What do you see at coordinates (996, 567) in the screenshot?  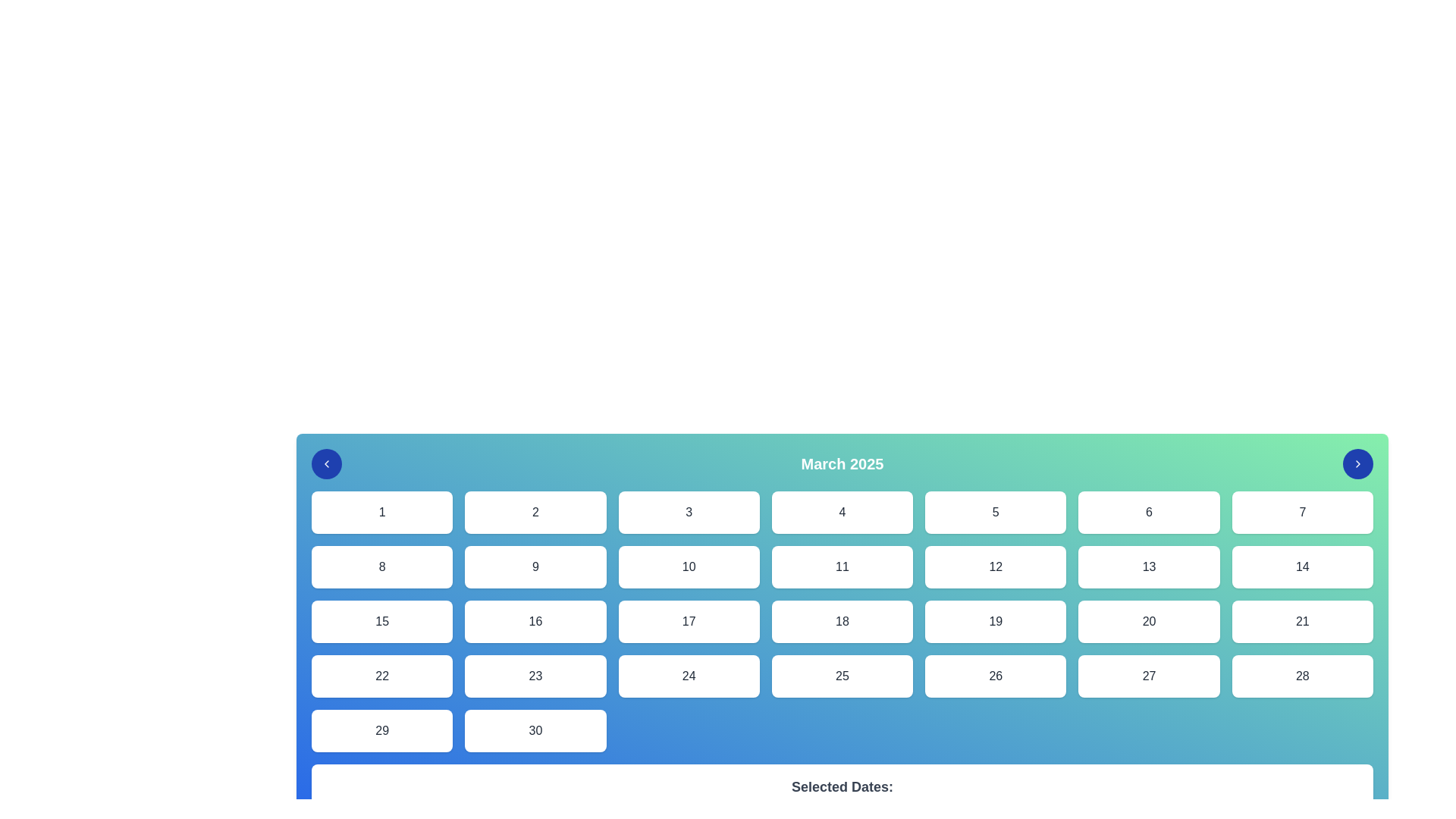 I see `the rectangular button displaying the numeral '12'` at bounding box center [996, 567].